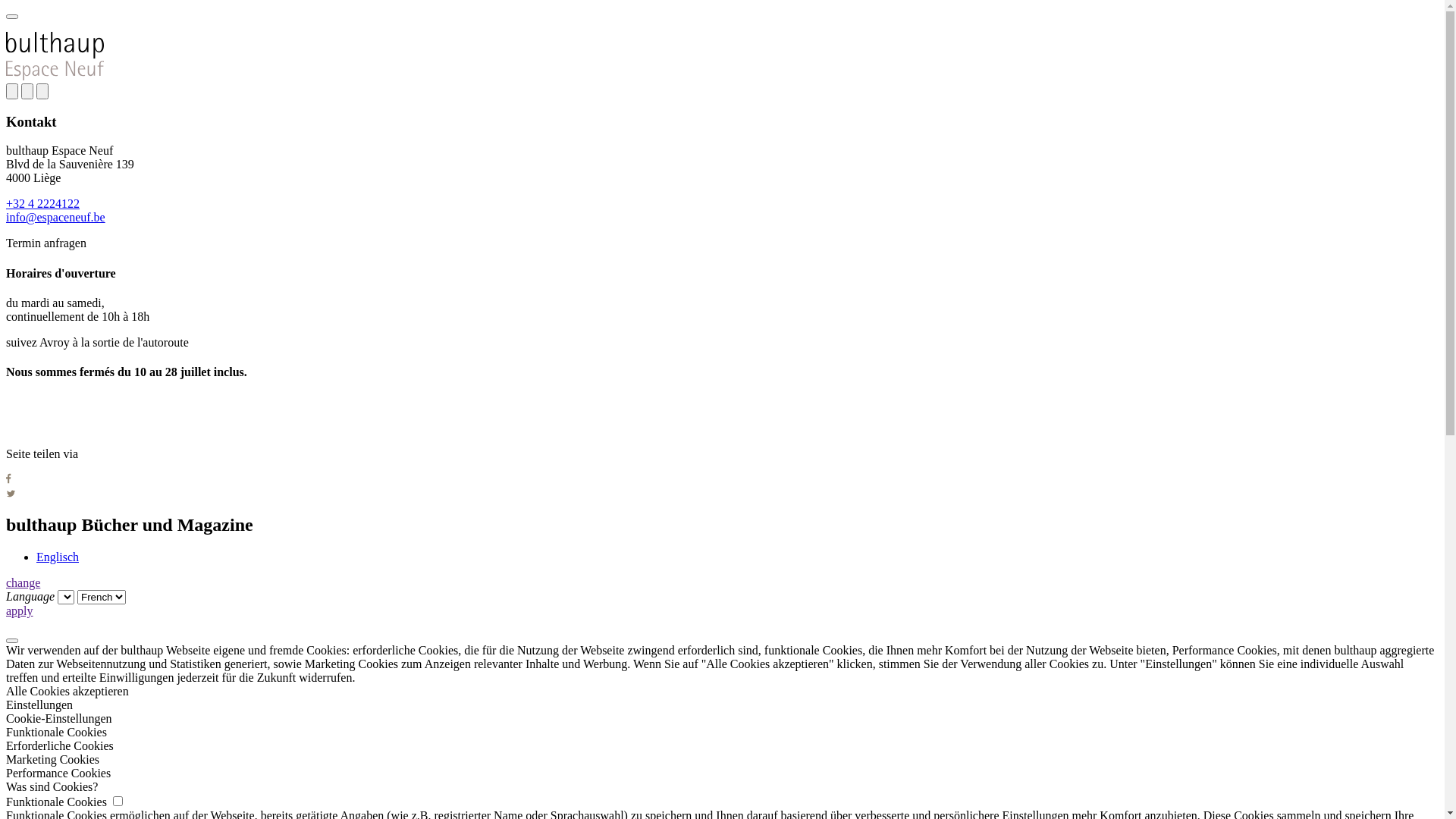  What do you see at coordinates (721, 773) in the screenshot?
I see `'Performance Cookies'` at bounding box center [721, 773].